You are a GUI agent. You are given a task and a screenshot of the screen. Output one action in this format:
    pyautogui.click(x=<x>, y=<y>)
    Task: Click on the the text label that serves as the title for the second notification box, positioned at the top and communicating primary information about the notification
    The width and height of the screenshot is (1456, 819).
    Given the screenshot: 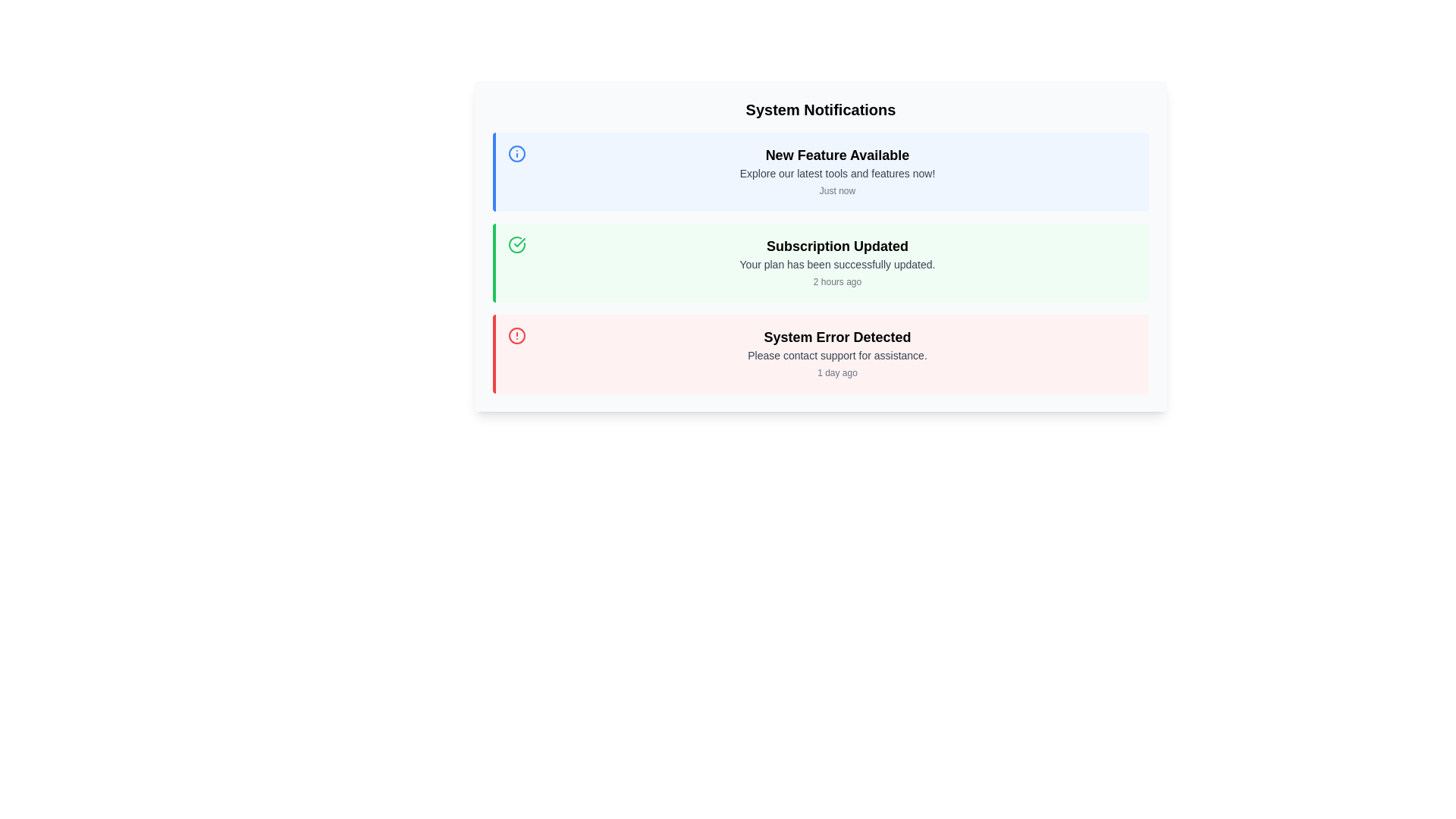 What is the action you would take?
    pyautogui.click(x=836, y=245)
    